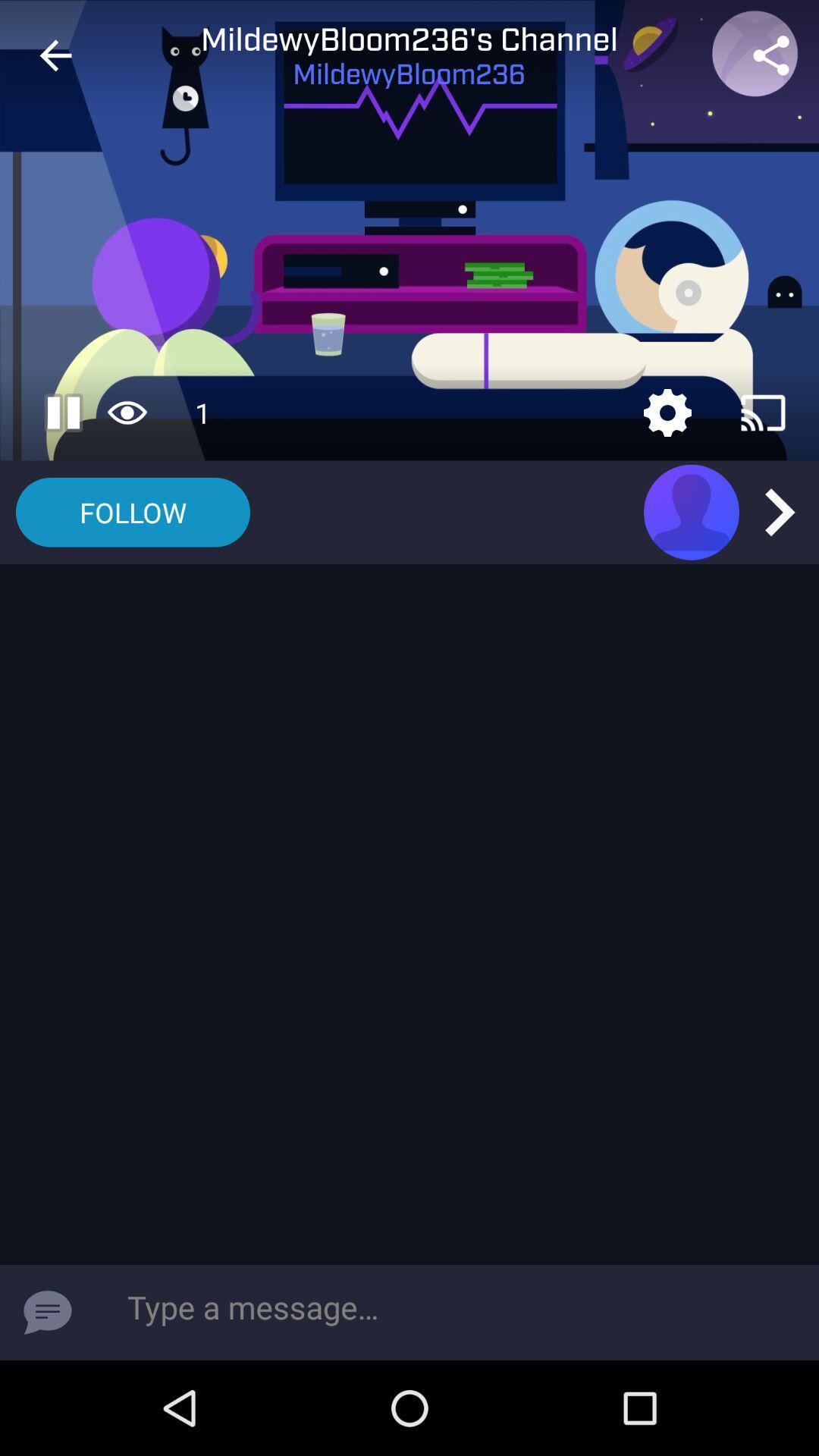 The height and width of the screenshot is (1456, 819). I want to click on item at the bottom left corner, so click(46, 1312).